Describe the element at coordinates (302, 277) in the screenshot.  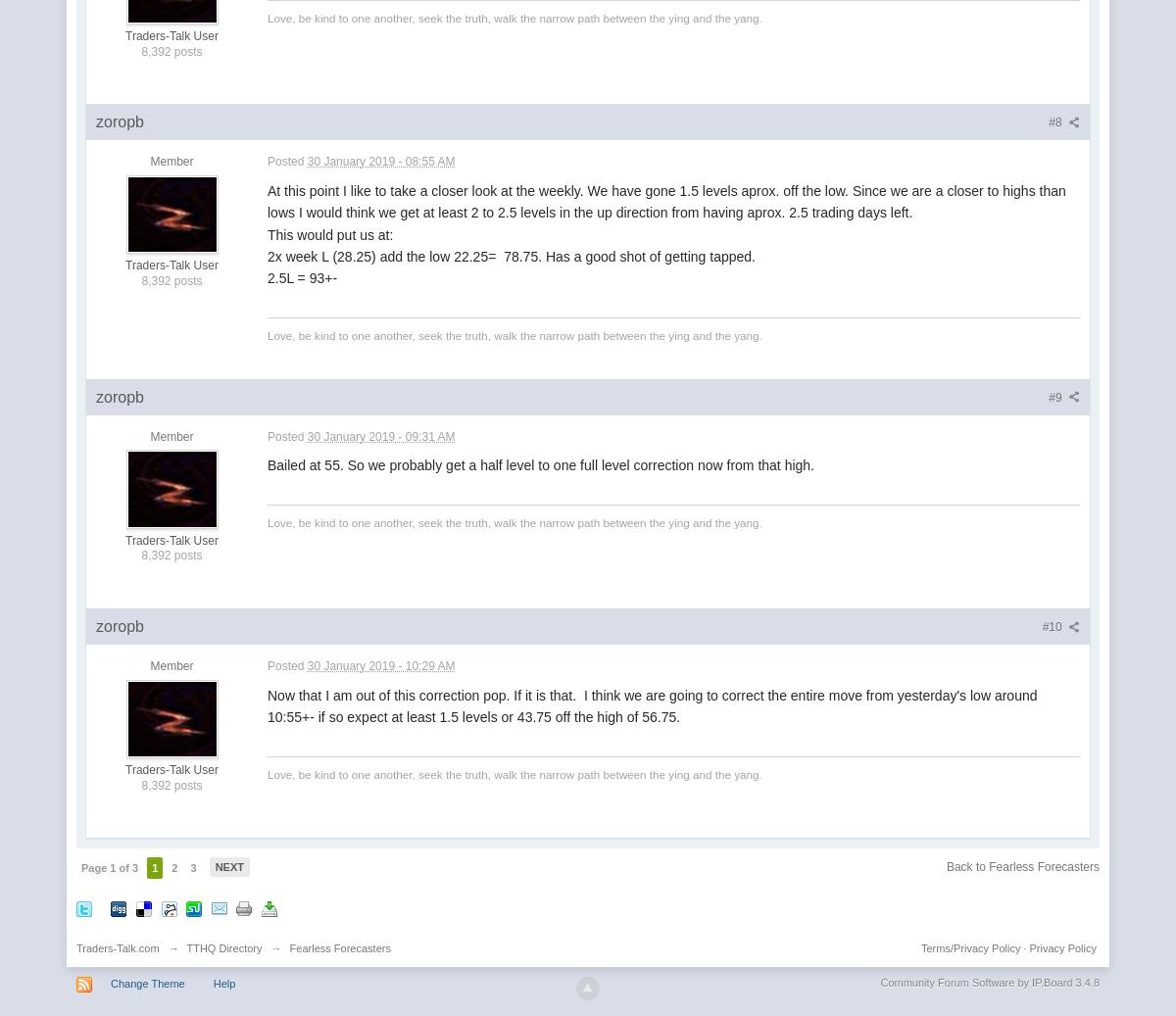
I see `'2.5L = 93+-'` at that location.